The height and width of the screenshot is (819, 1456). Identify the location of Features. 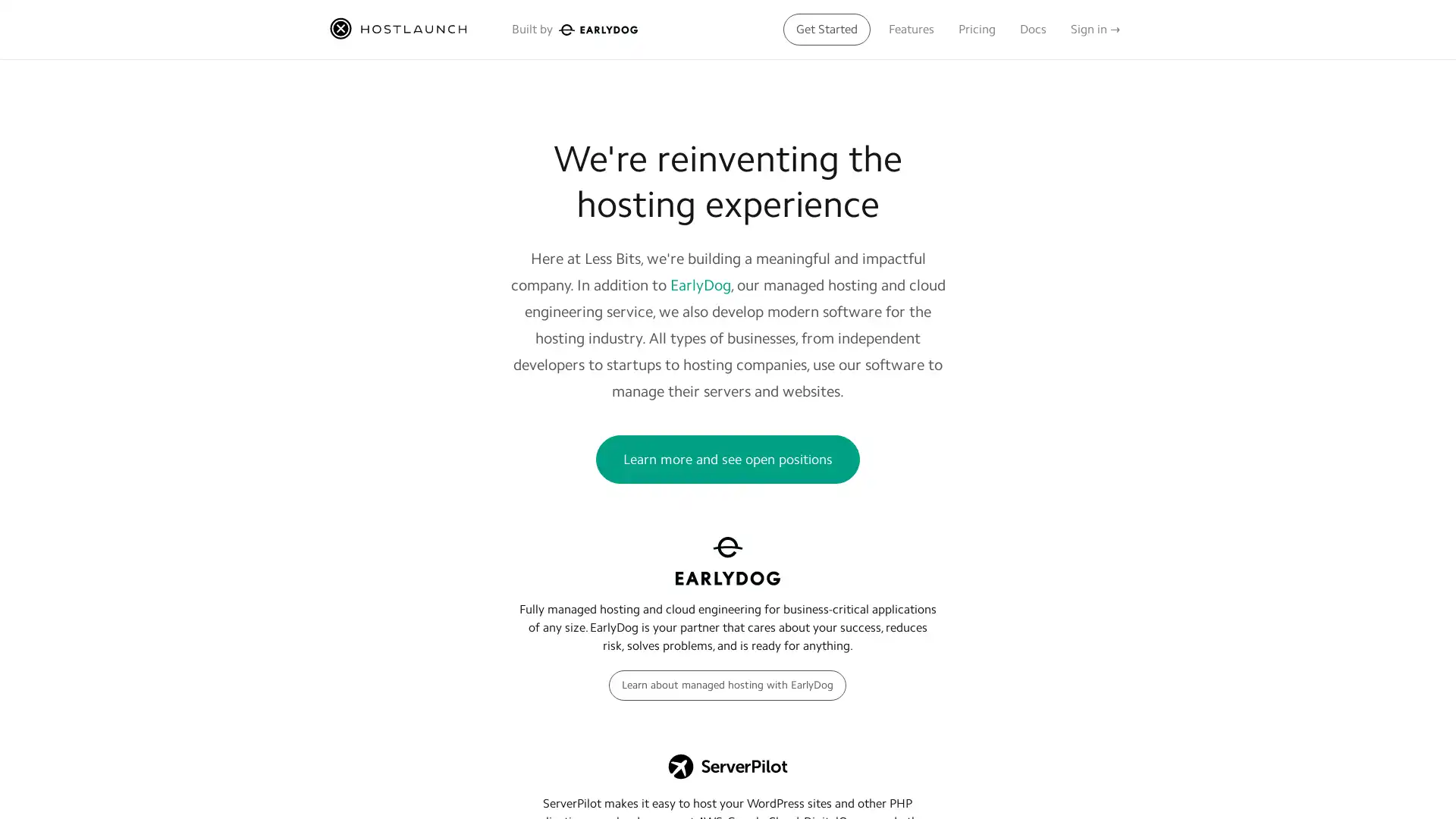
(910, 29).